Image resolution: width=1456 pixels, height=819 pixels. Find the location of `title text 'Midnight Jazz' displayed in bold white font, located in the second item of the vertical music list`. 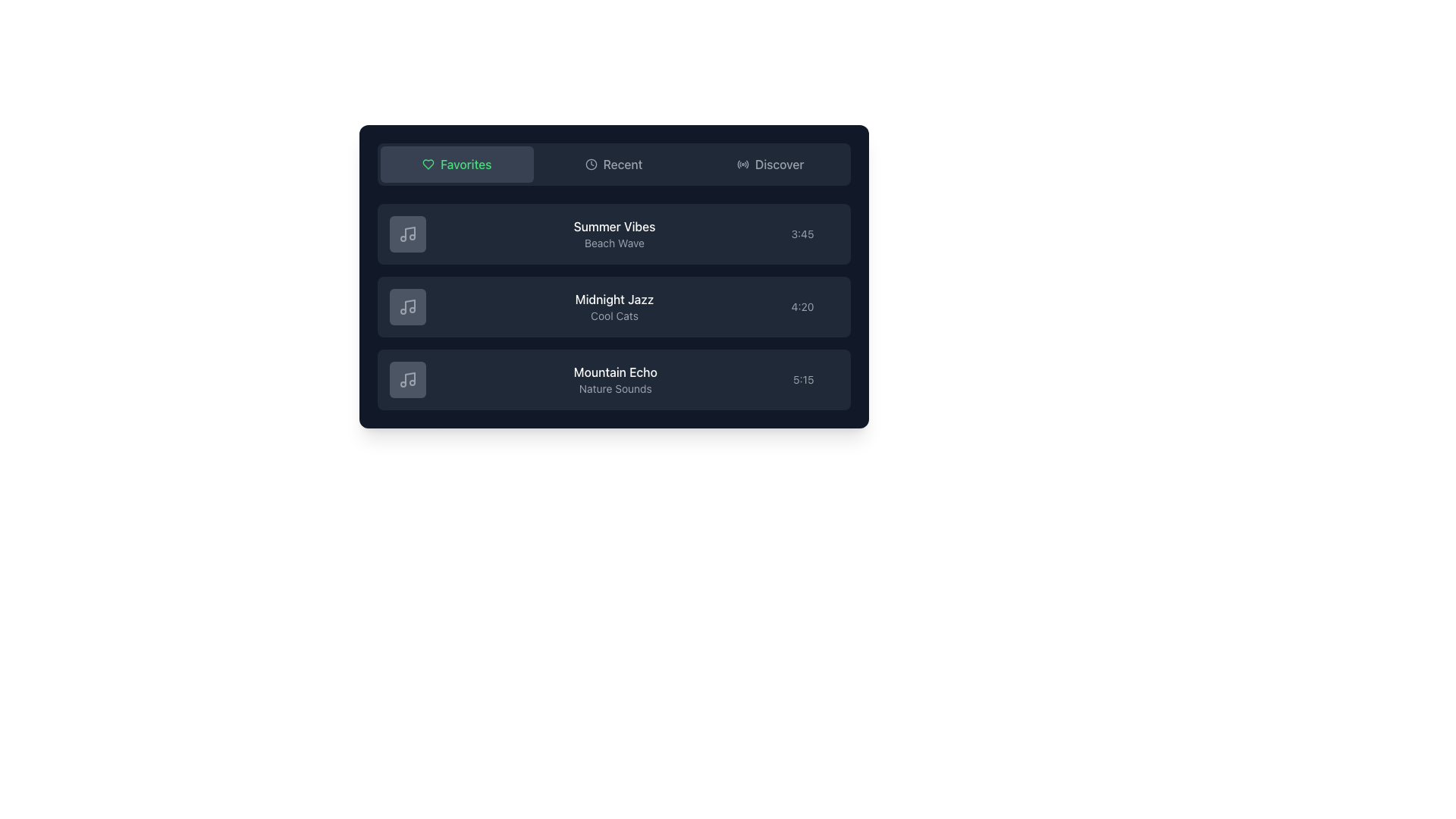

title text 'Midnight Jazz' displayed in bold white font, located in the second item of the vertical music list is located at coordinates (614, 299).